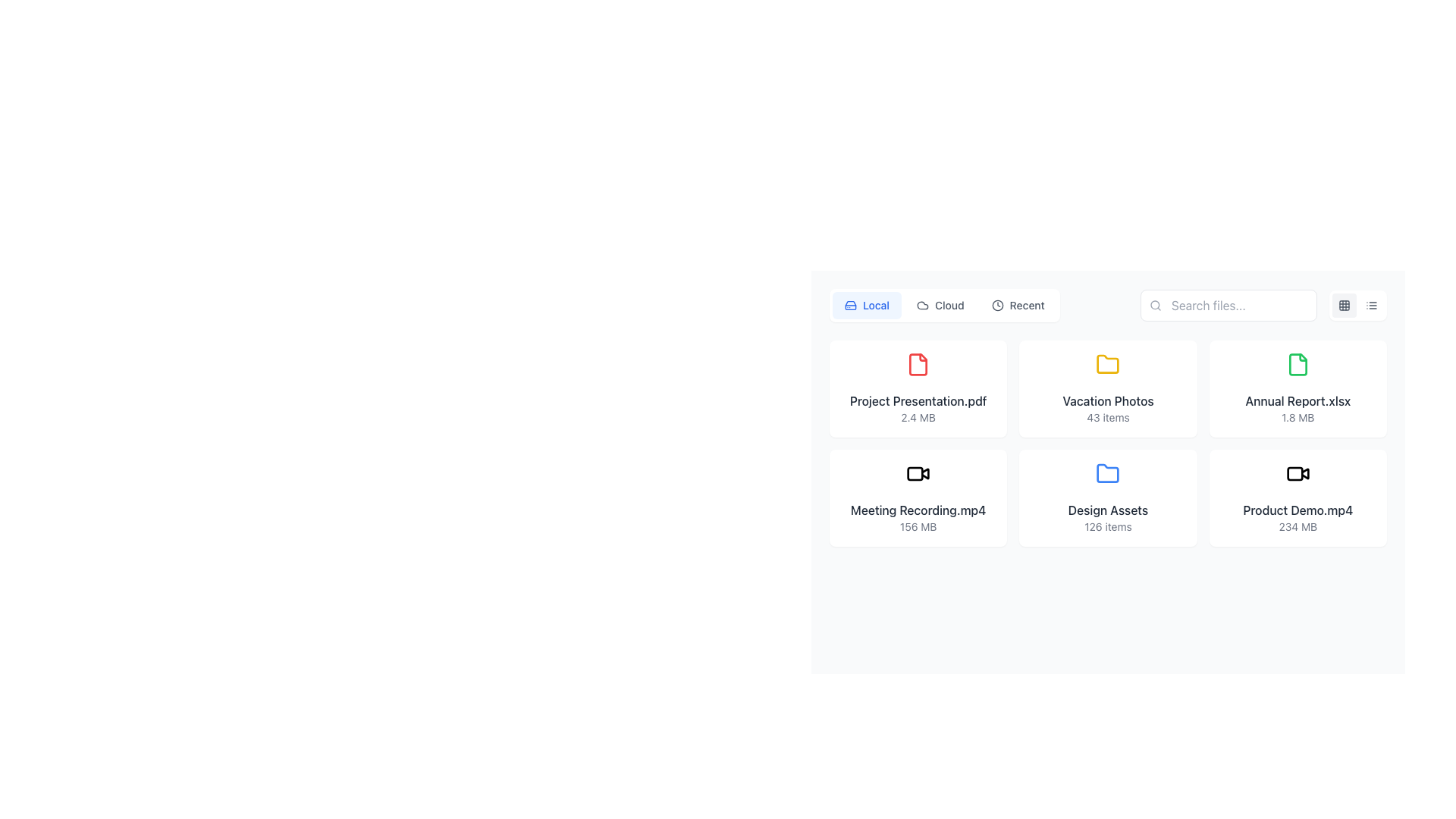 The height and width of the screenshot is (819, 1456). What do you see at coordinates (1108, 472) in the screenshot?
I see `the blue folder icon located in the 'Design Assets' section to interact with it` at bounding box center [1108, 472].